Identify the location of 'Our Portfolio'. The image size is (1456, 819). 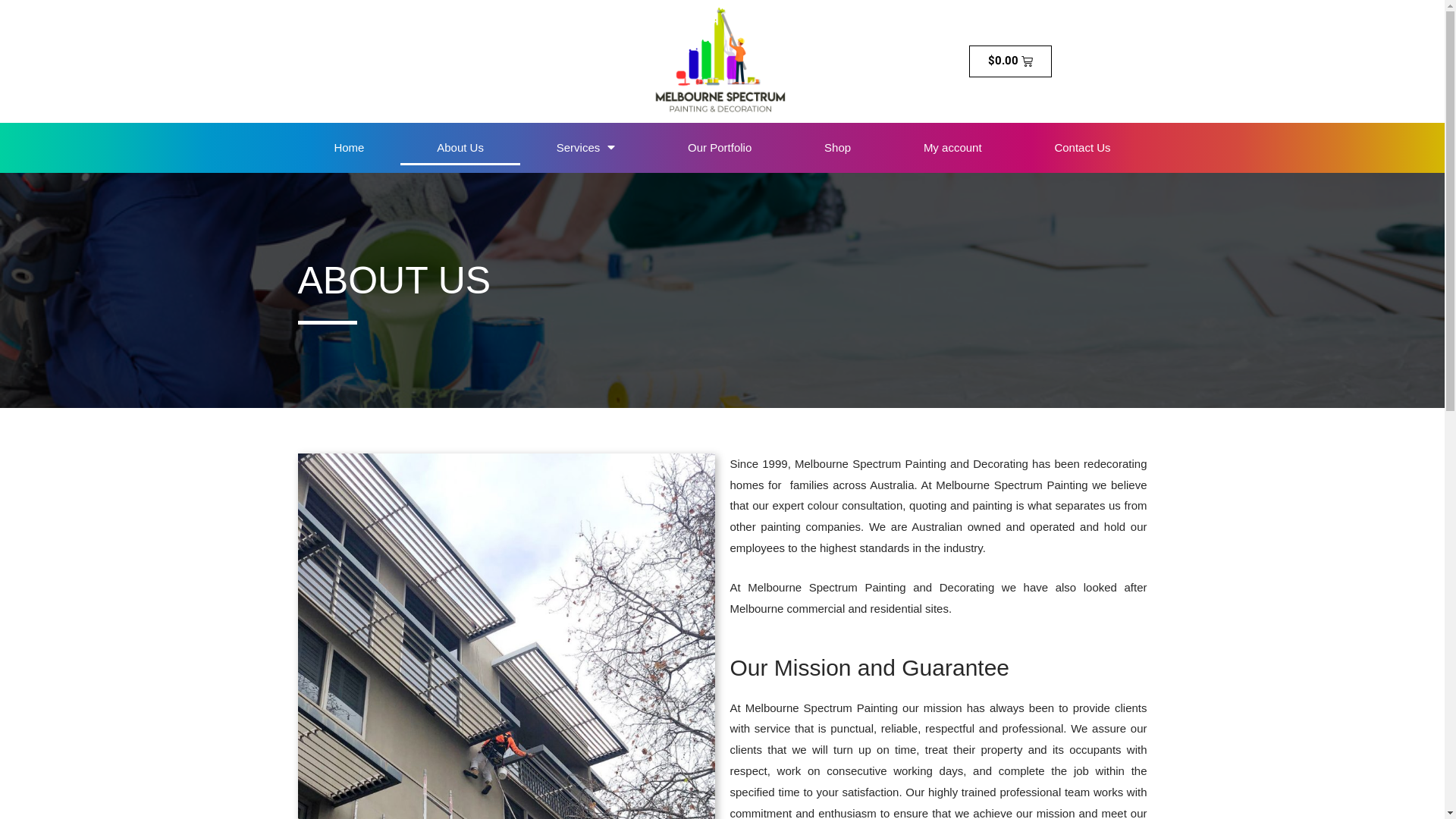
(719, 148).